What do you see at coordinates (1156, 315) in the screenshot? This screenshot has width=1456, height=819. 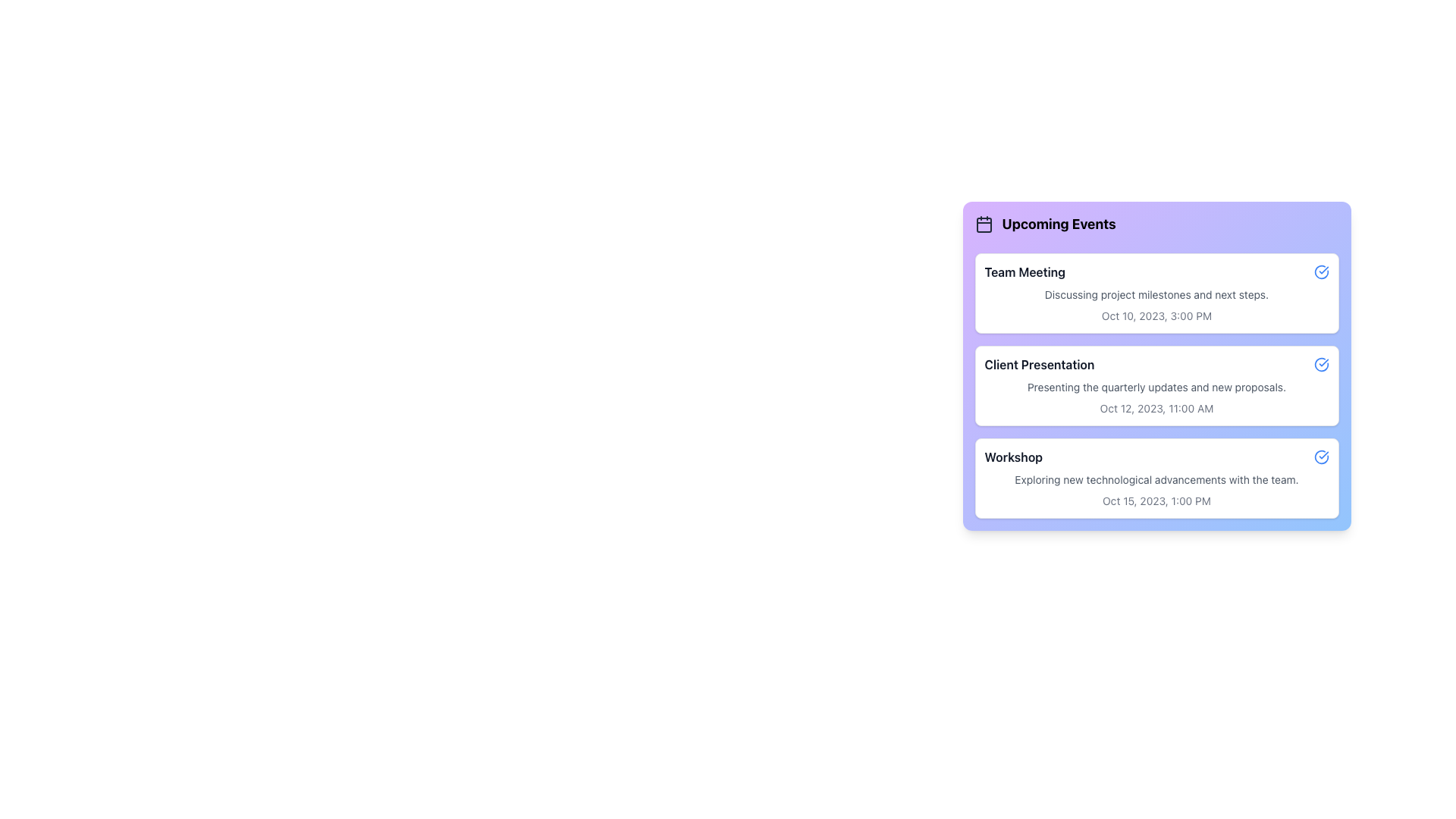 I see `the date and time text located in the lower section of the 'Team Meeting' event summary card, directly beneath the event description text` at bounding box center [1156, 315].